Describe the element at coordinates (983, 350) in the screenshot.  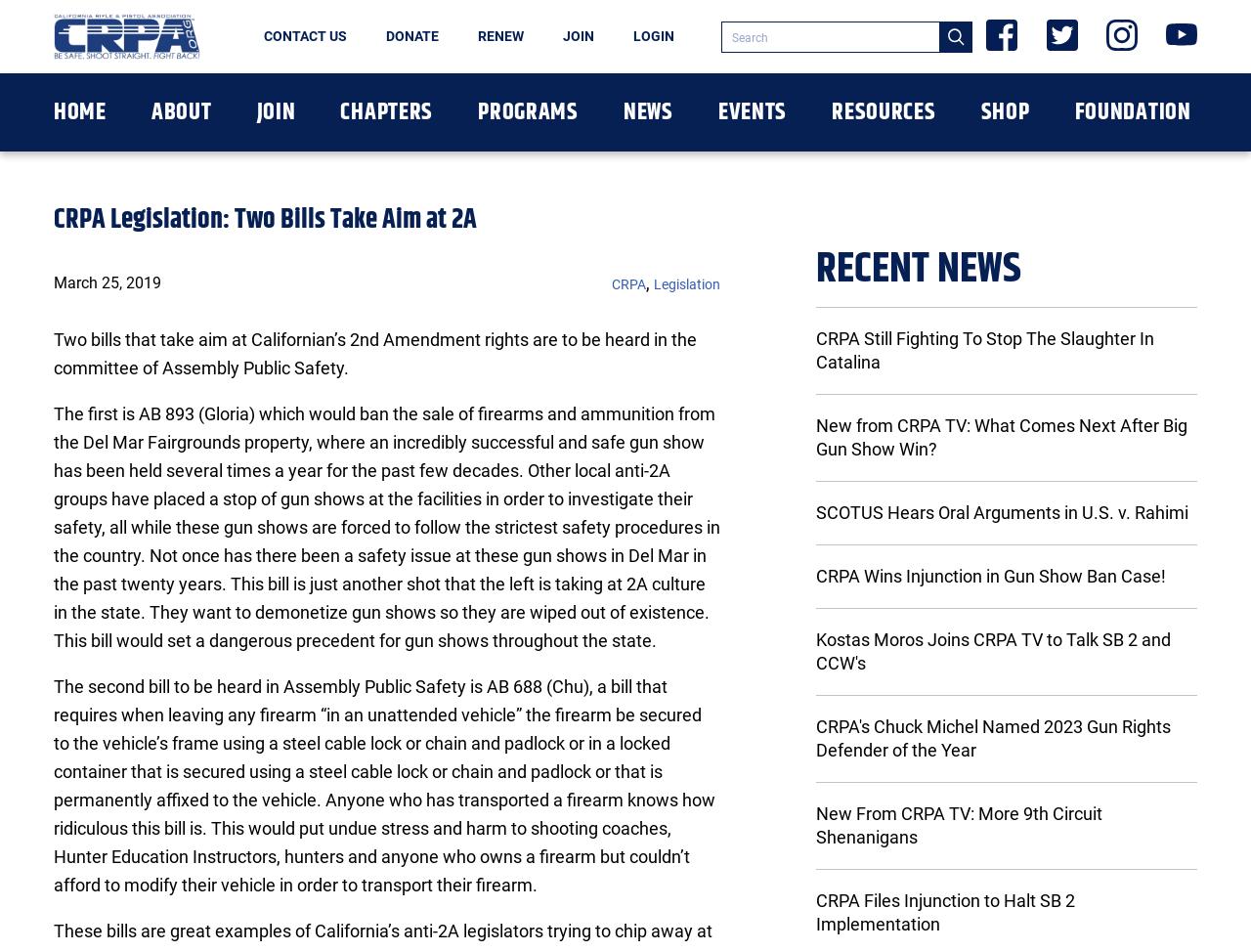
I see `'CRPA Still Fighting To Stop The Slaughter In Catalina'` at that location.